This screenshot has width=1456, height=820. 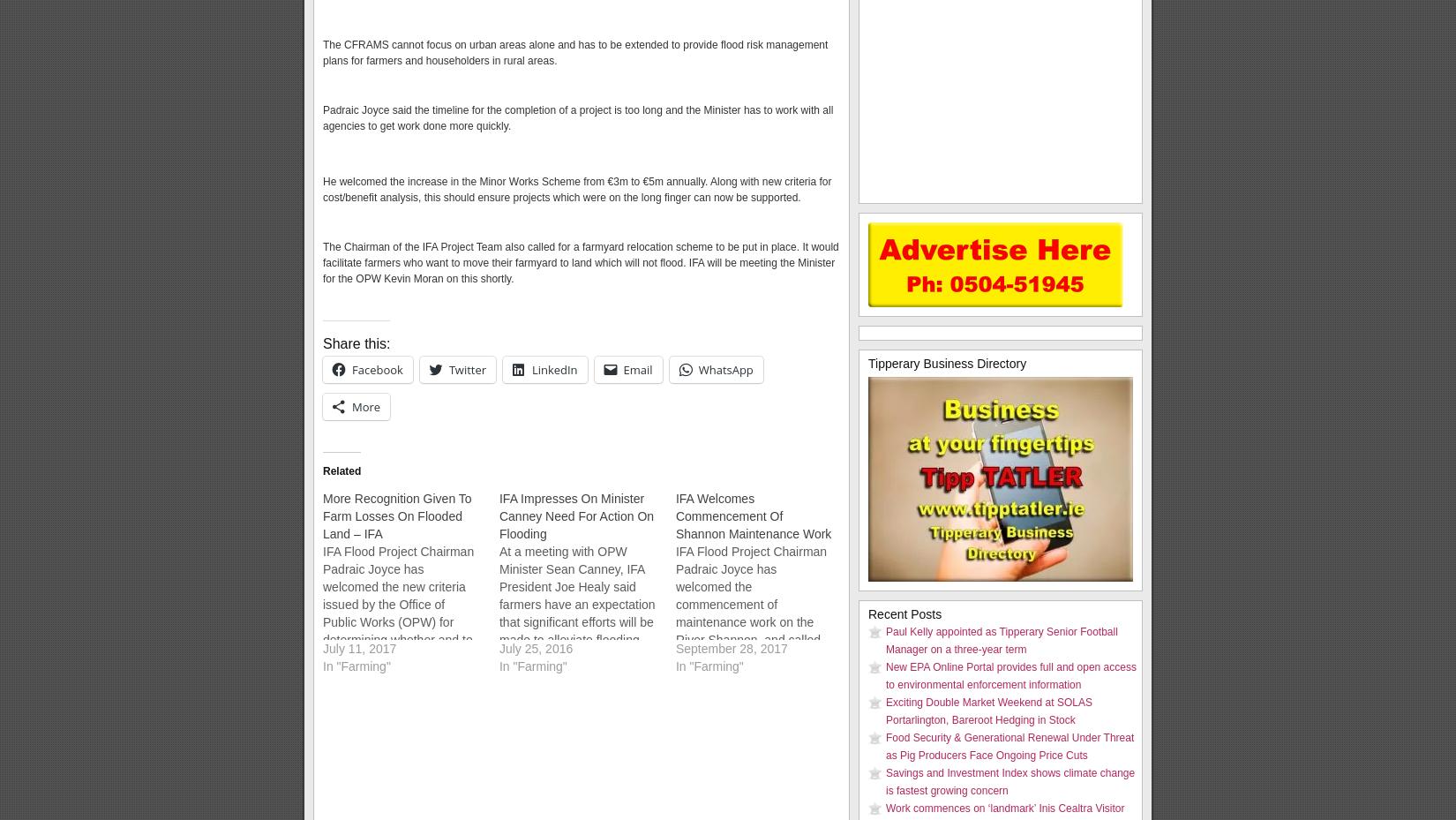 What do you see at coordinates (351, 405) in the screenshot?
I see `'More'` at bounding box center [351, 405].